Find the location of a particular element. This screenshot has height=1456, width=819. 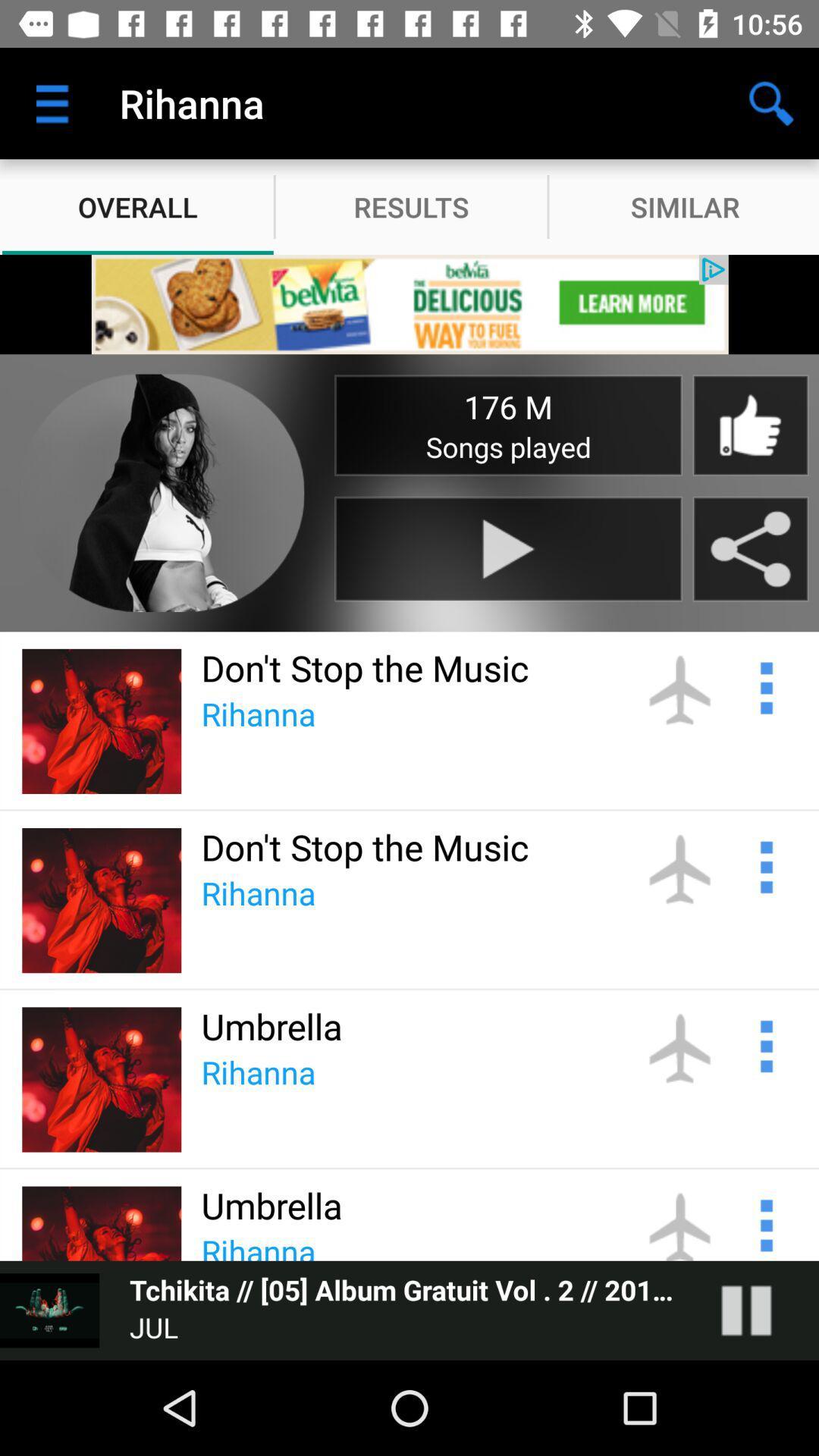

share button is located at coordinates (751, 548).